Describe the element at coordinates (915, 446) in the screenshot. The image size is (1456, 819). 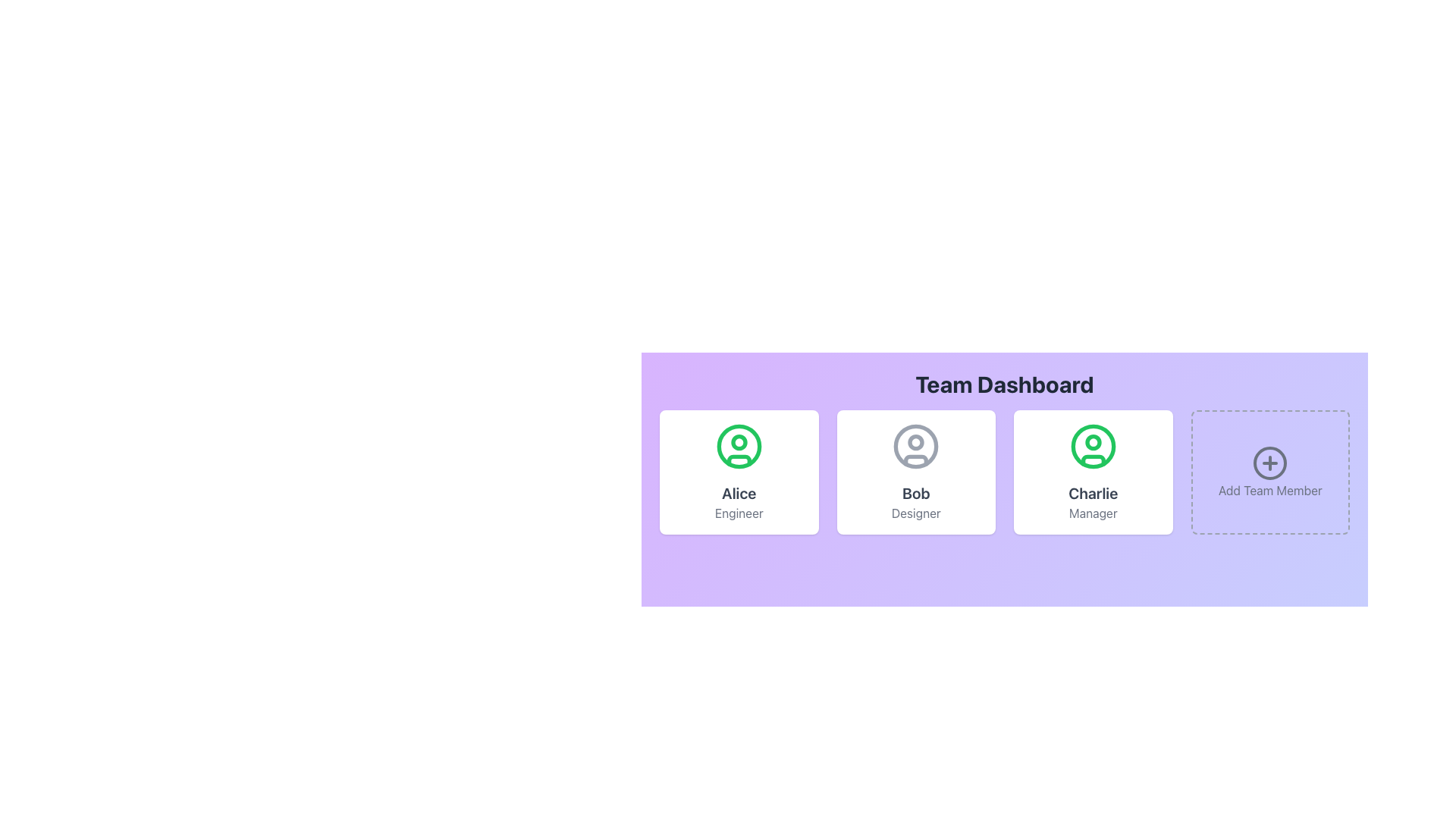
I see `the circular icon representing the avatar or profile placeholder of the team member 'Bob Designer' in the second team member card of the Team Dashboard` at that location.